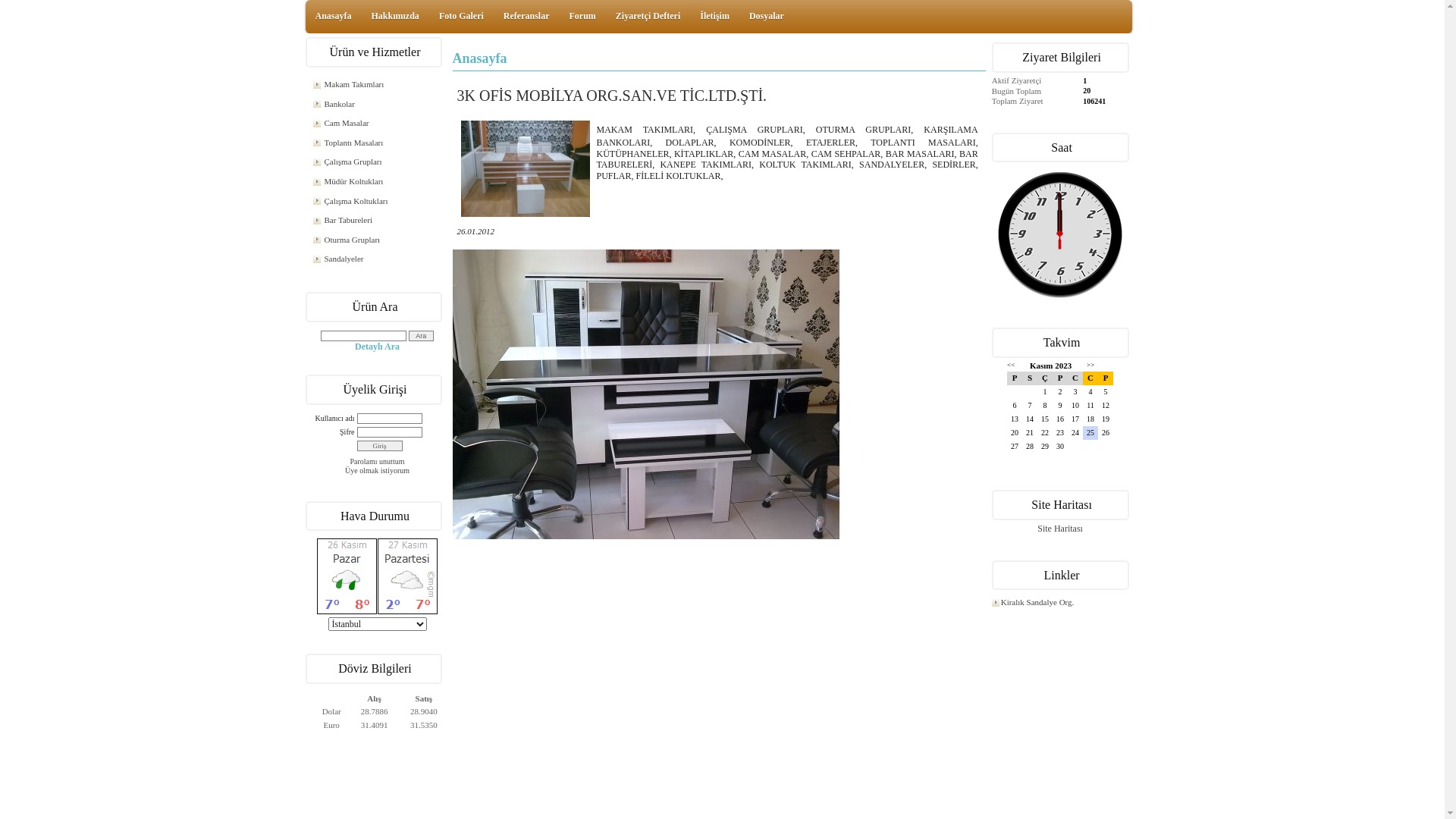 The height and width of the screenshot is (819, 1456). Describe the element at coordinates (1015, 446) in the screenshot. I see `'27'` at that location.